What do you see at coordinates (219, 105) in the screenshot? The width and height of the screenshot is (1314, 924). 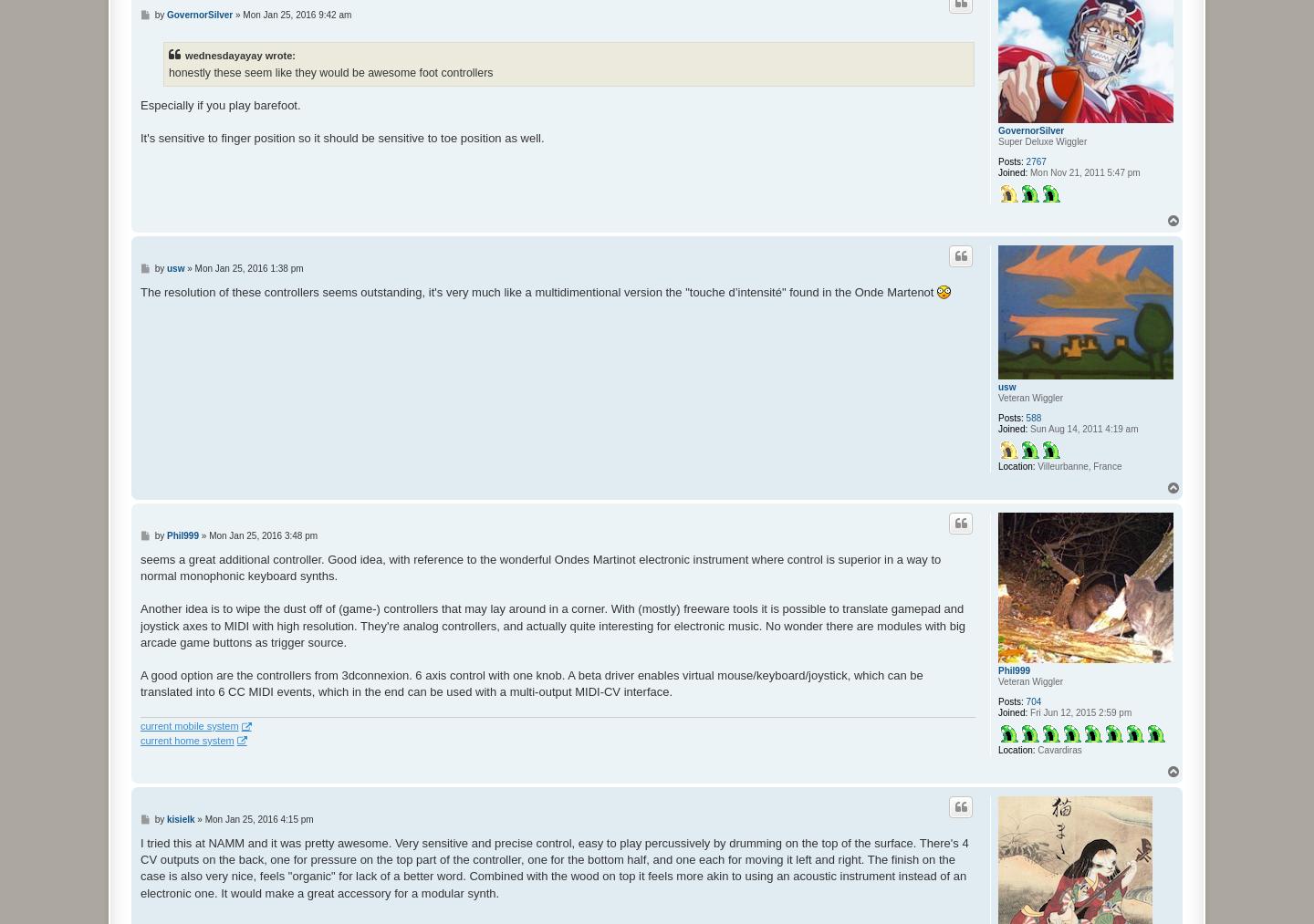 I see `'Especially if you play barefoot.'` at bounding box center [219, 105].